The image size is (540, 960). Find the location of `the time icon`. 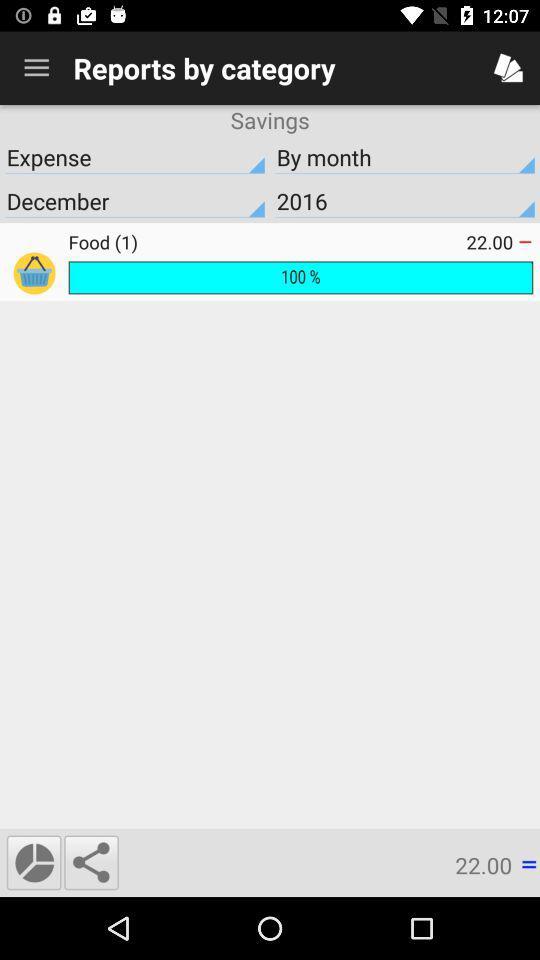

the time icon is located at coordinates (33, 861).